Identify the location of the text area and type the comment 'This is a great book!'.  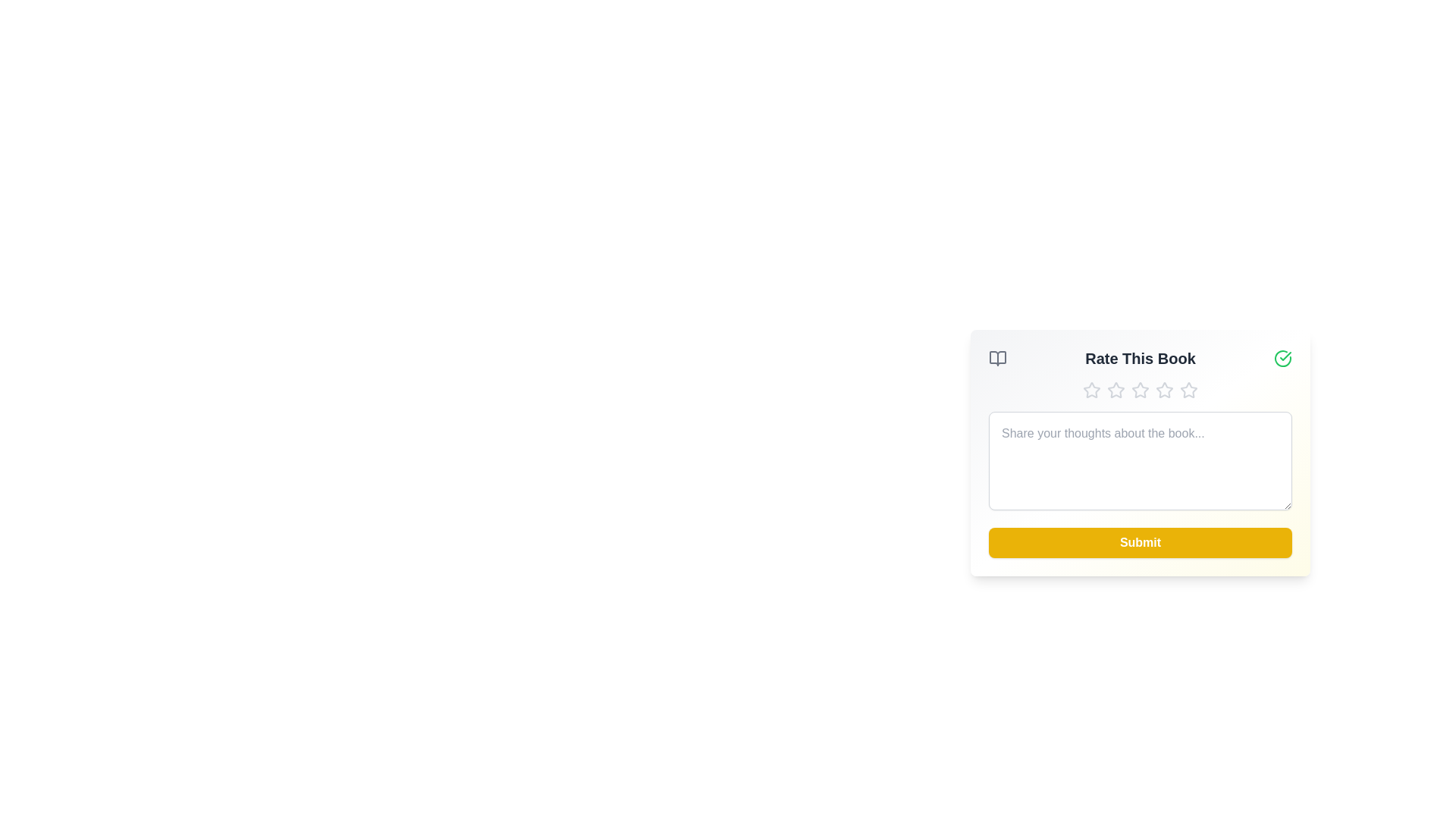
(1140, 460).